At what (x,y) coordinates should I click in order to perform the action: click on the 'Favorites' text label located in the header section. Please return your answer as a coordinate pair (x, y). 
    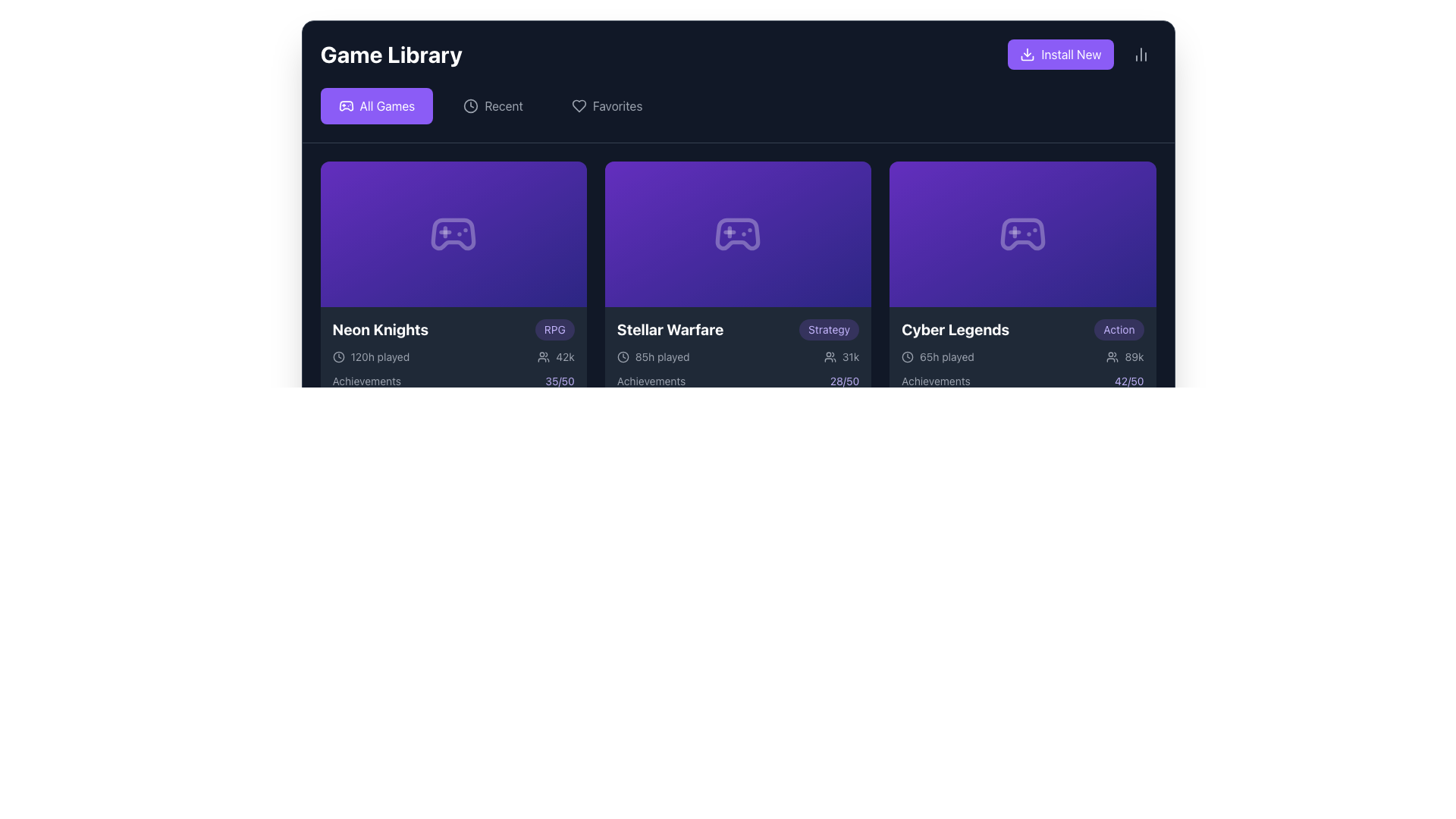
    Looking at the image, I should click on (617, 105).